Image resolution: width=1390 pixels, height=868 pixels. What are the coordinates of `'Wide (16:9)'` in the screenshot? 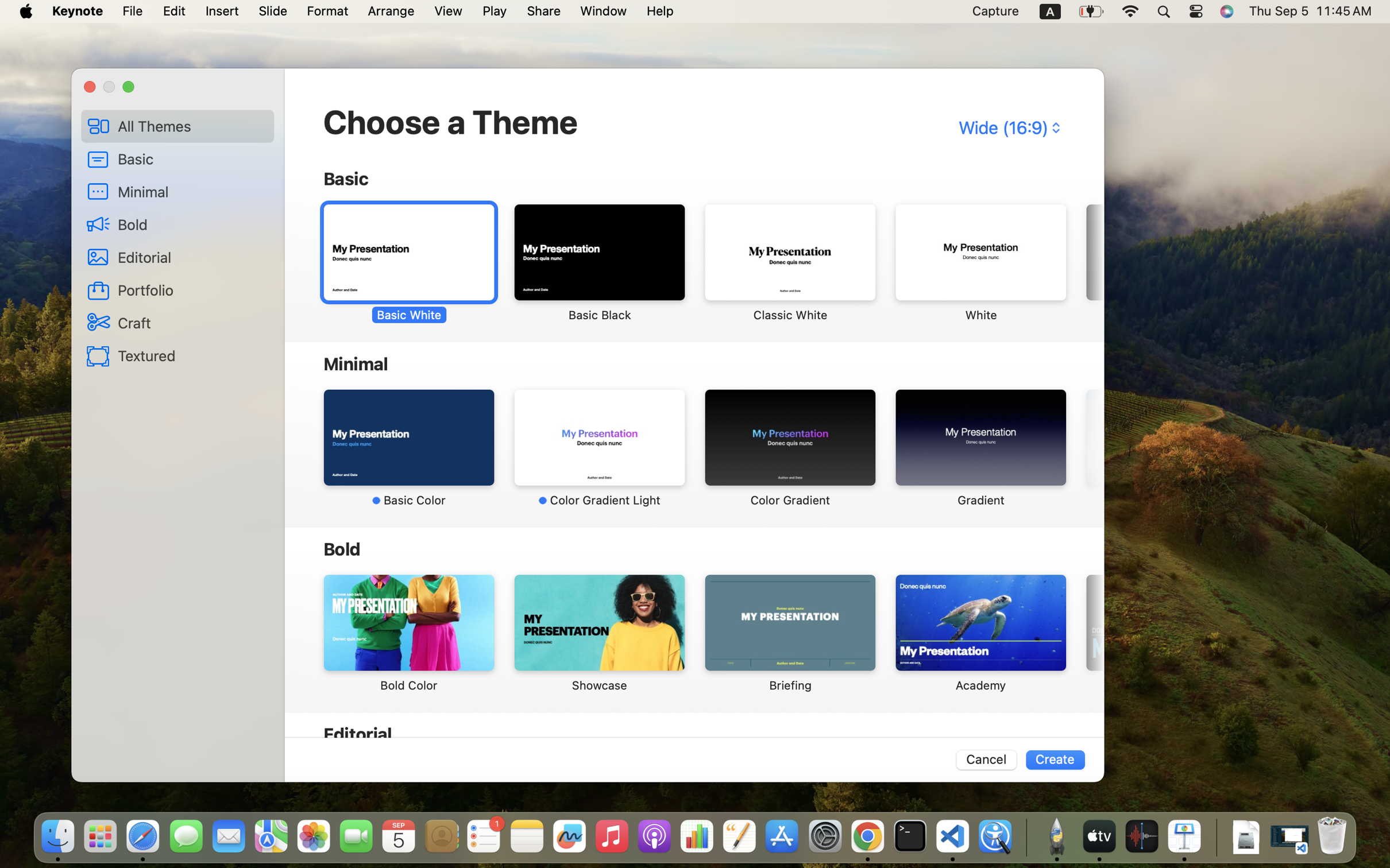 It's located at (1007, 127).